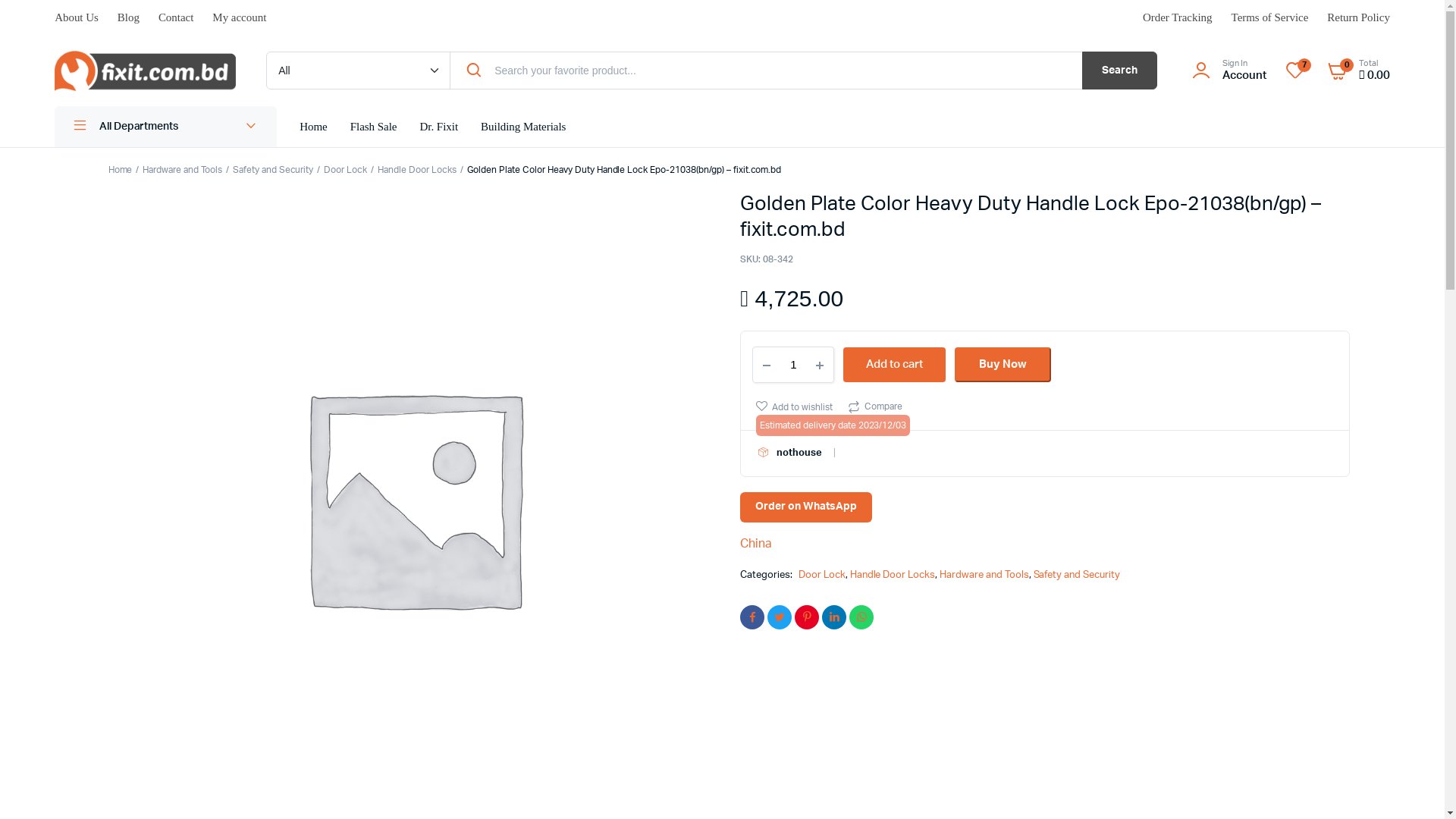  I want to click on 'Dr. Fixit', so click(438, 125).